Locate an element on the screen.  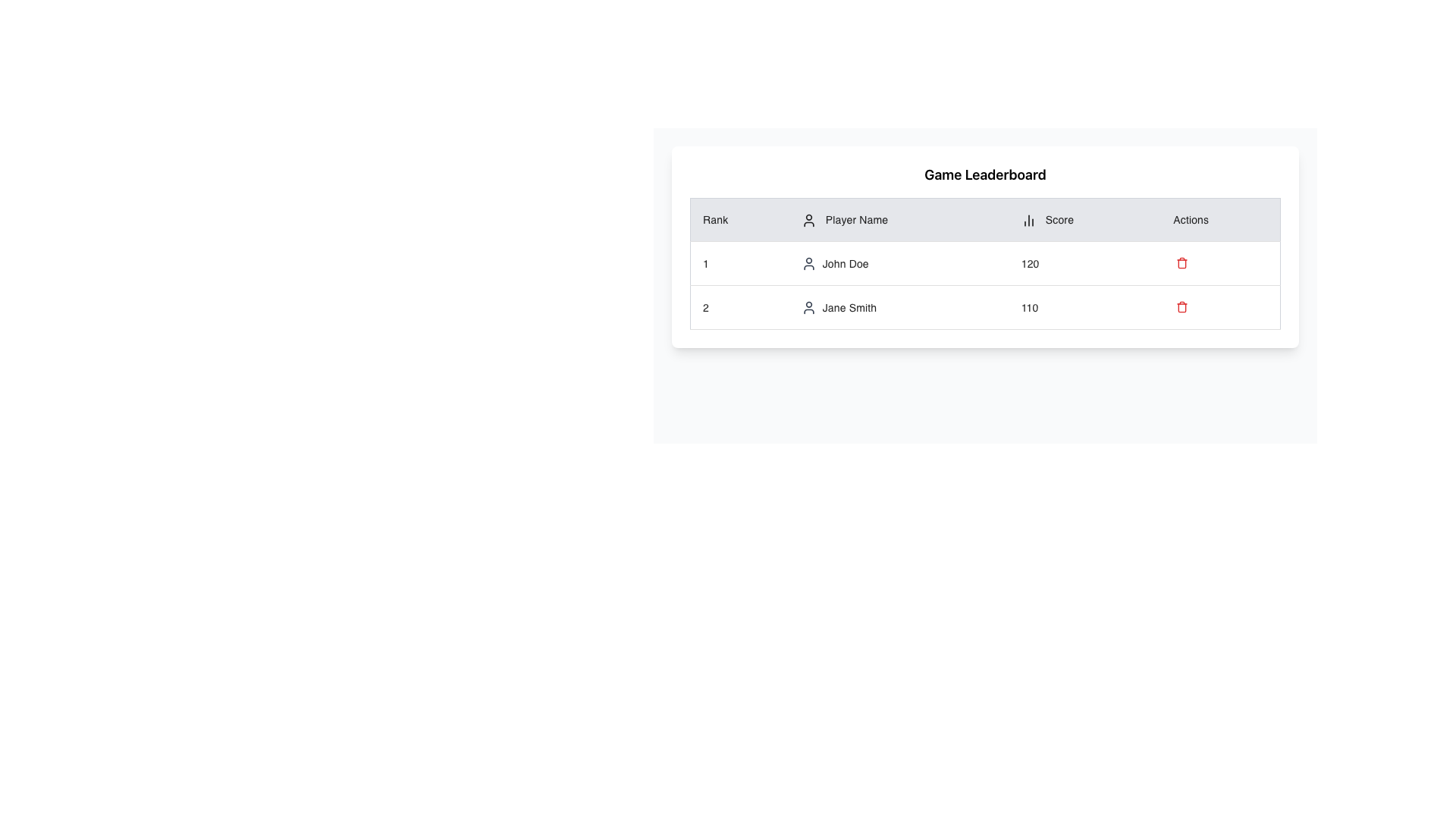
the delete icon button located in the second row of the table under the 'Actions' column in the leaderboard interface is located at coordinates (1181, 307).